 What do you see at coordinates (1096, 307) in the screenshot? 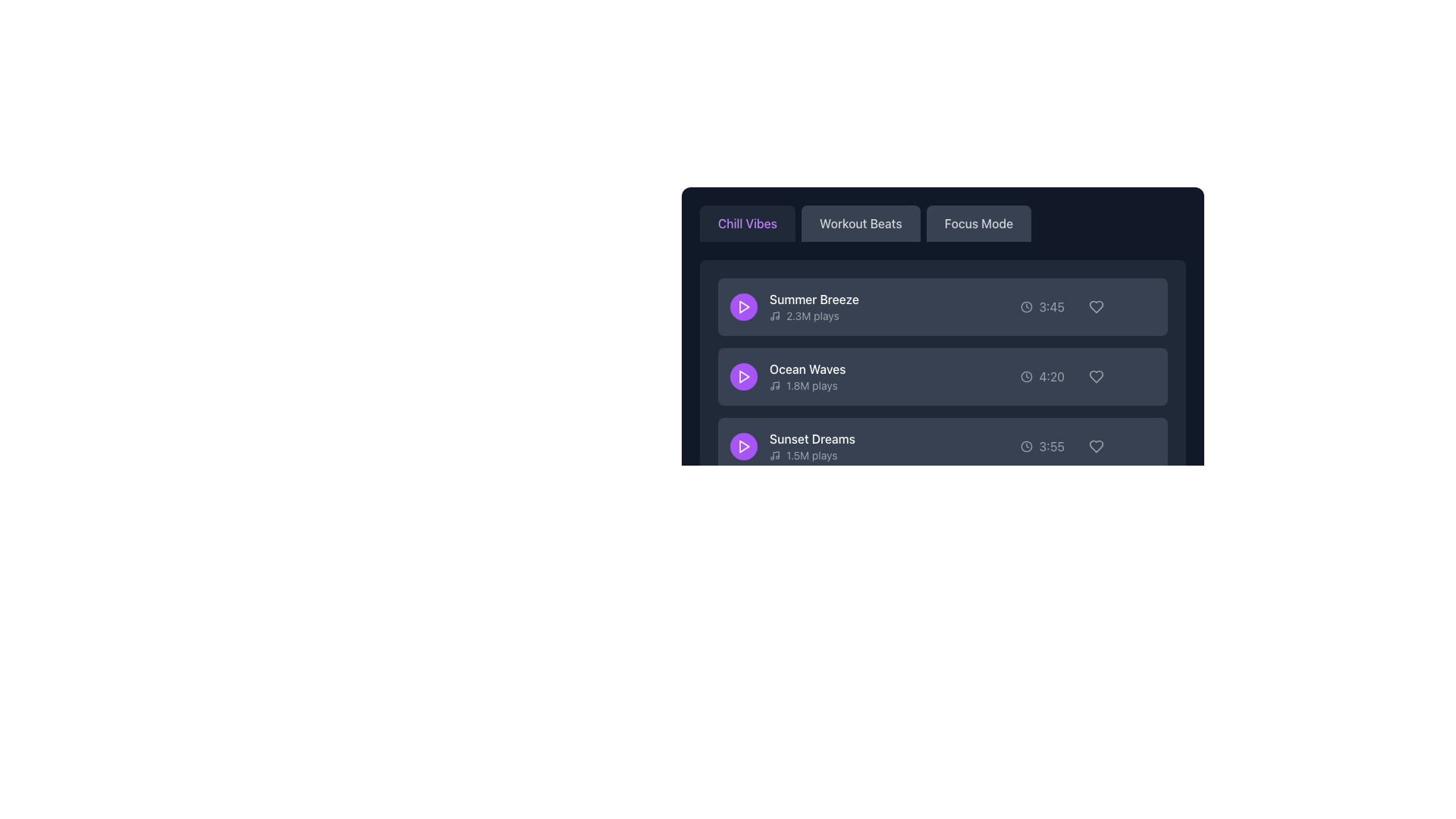
I see `the Heart Icon, which serves as a favorite or like button for the associated song entry, positioned to the far right of the first listed song entry adjacent to the song duration '3:45'` at bounding box center [1096, 307].